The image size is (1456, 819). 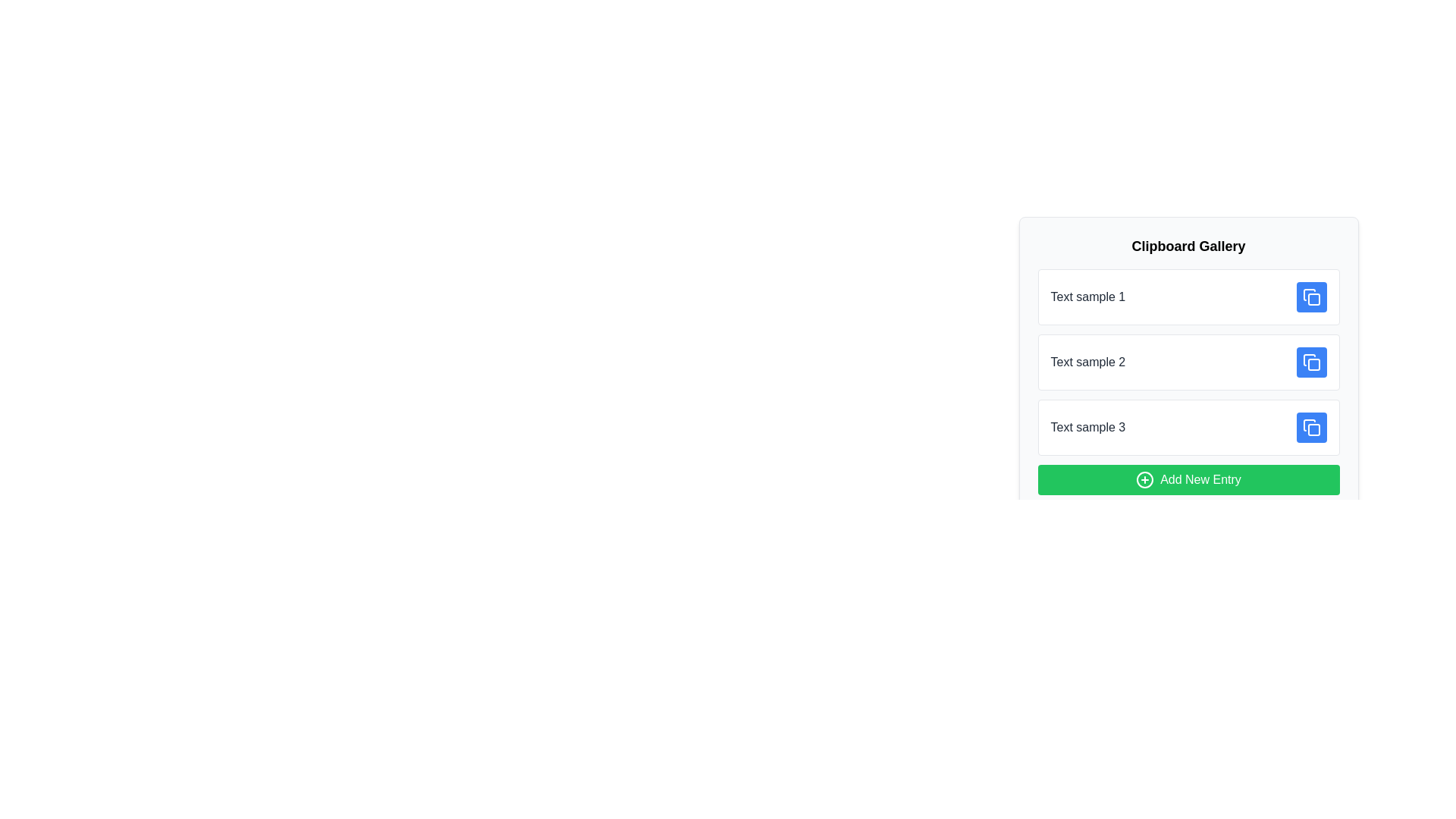 I want to click on the green 'Add New Entry' button located at the bottom of the 'Clipboard Gallery' panel, so click(x=1188, y=479).